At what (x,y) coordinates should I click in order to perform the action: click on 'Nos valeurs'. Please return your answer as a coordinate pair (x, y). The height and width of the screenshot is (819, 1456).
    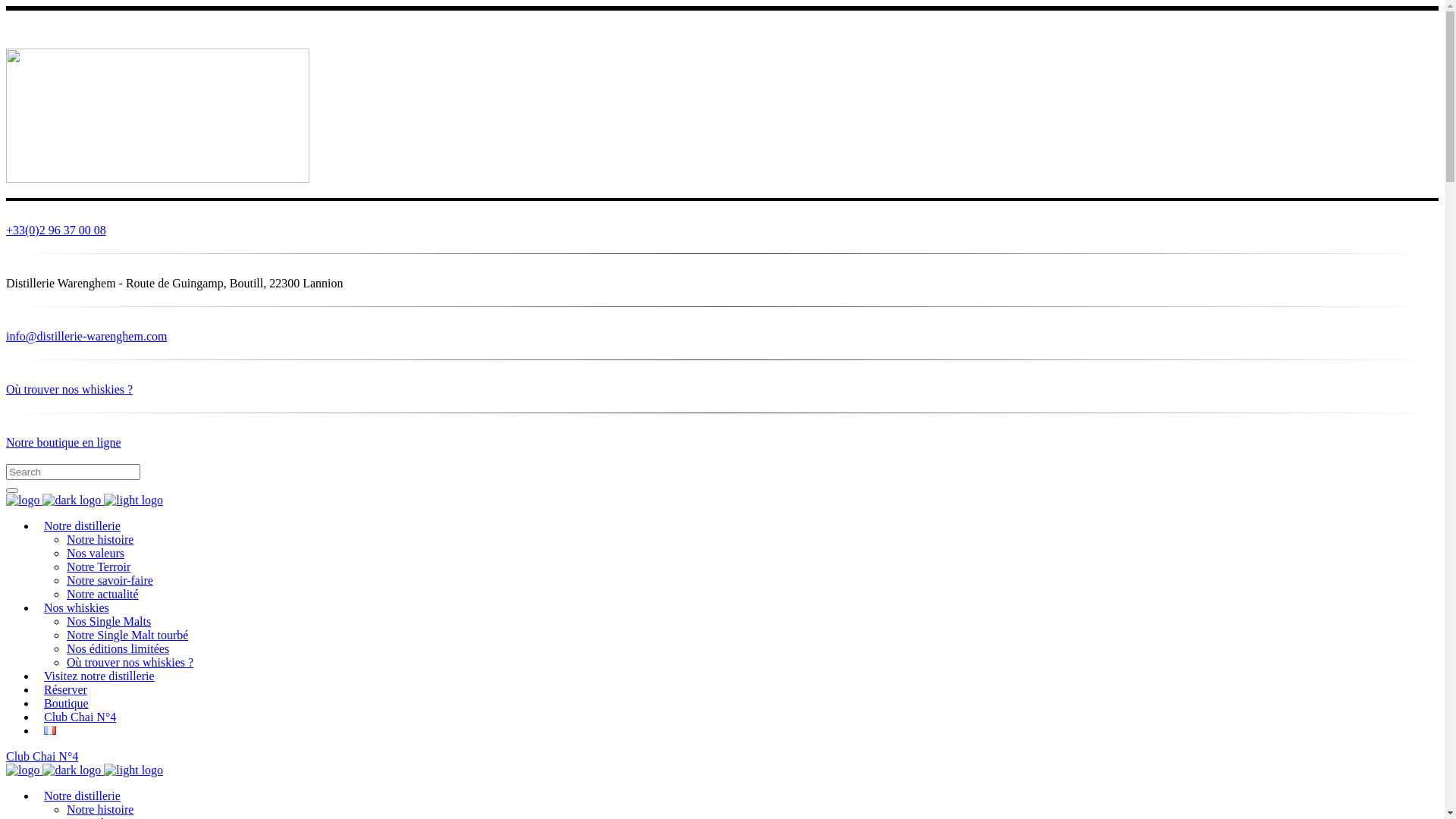
    Looking at the image, I should click on (65, 553).